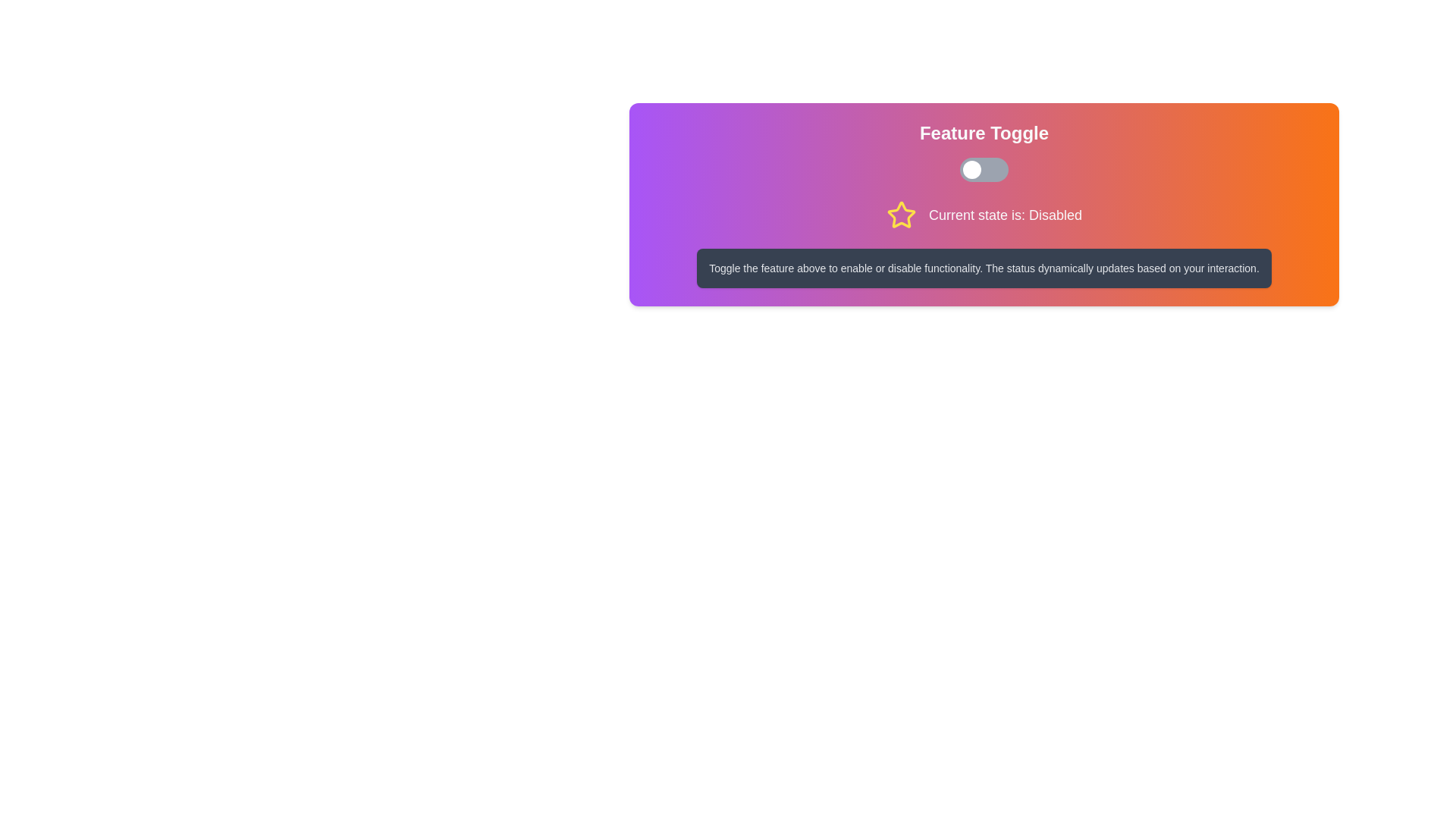 The height and width of the screenshot is (819, 1456). I want to click on the text label displaying 'Current state is: Disabled', which is located below the 'Feature Toggle' switch and to the right of a star-shaped icon, so click(1005, 215).